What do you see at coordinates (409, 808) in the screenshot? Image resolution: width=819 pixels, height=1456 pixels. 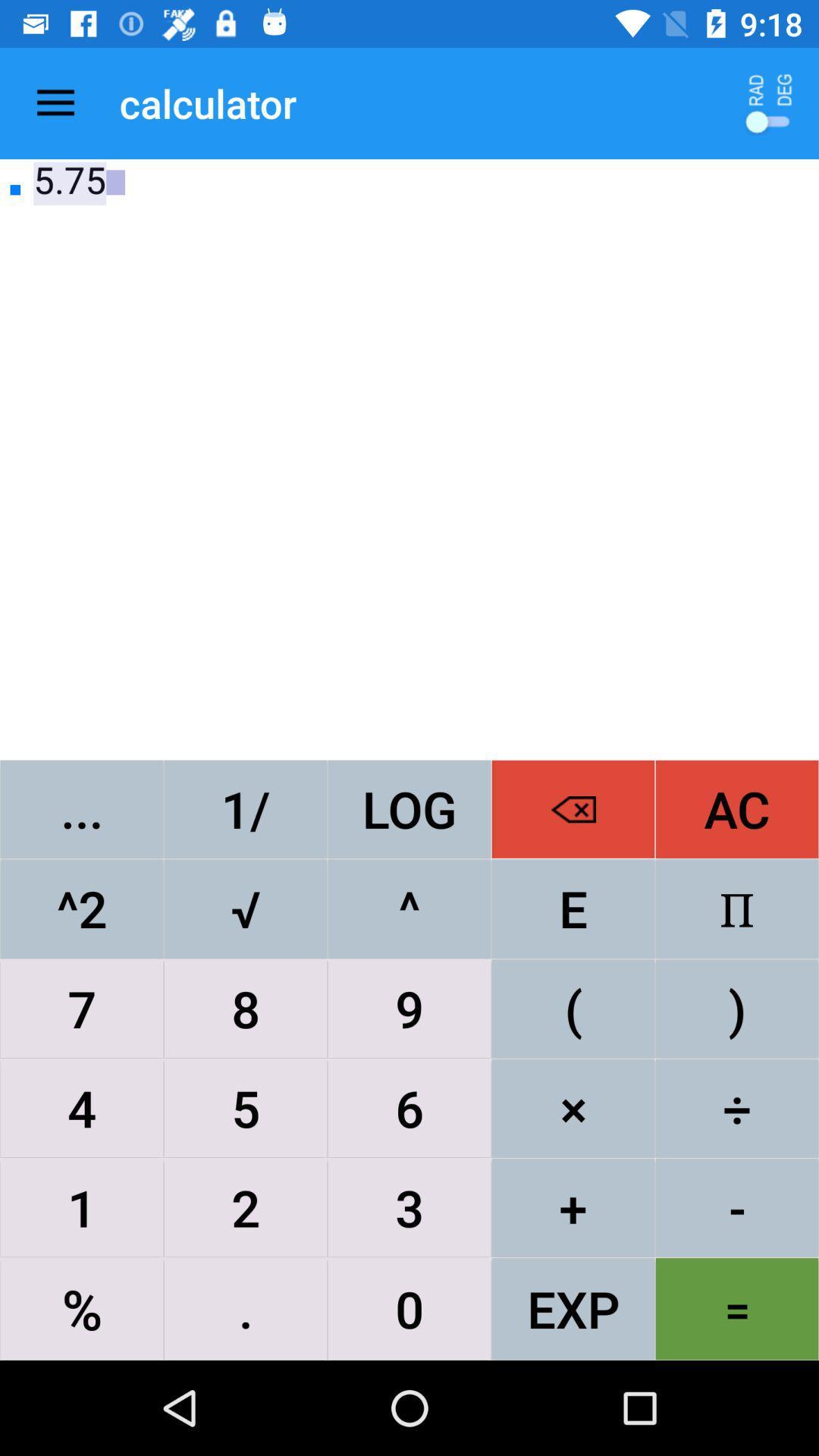 I see `the log` at bounding box center [409, 808].